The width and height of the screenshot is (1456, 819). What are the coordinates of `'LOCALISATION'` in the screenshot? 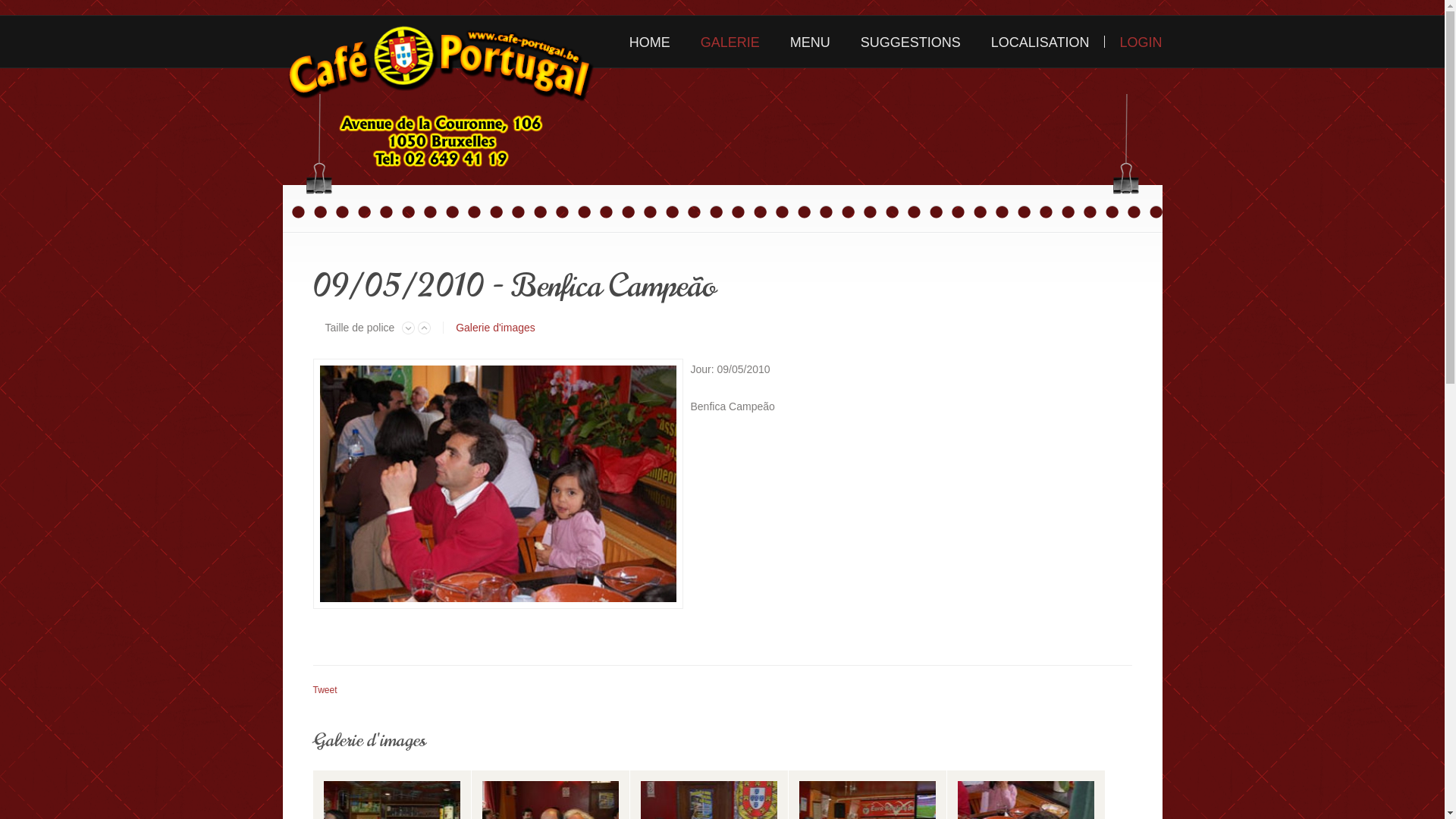 It's located at (1040, 40).